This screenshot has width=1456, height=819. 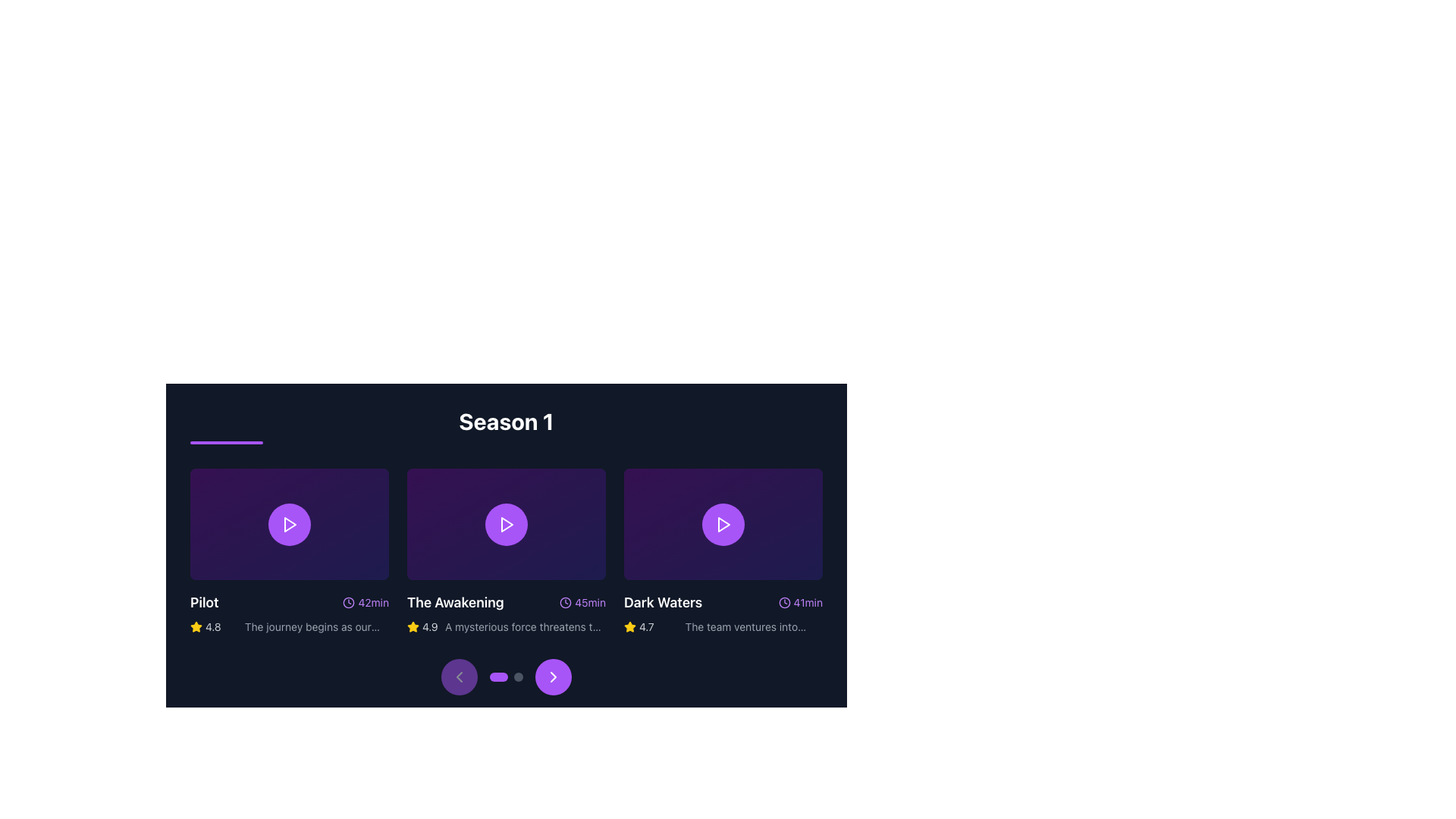 I want to click on the triangular play button icon within the purple circular background, so click(x=723, y=523).